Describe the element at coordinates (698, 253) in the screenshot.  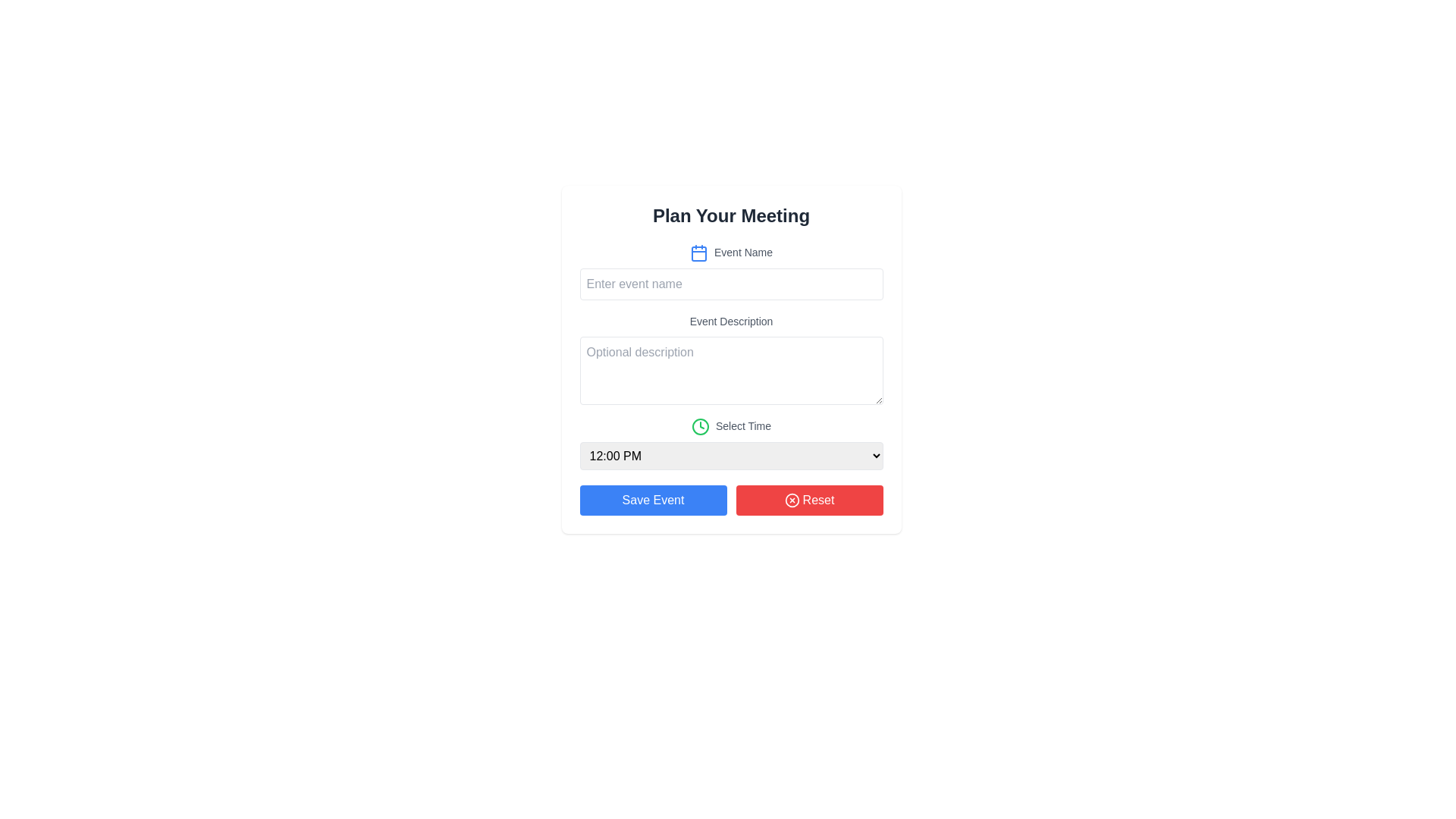
I see `the inner rectangle of the calendar icon, which represents the date selection or event marker, located next to the 'Event Name' input field` at that location.